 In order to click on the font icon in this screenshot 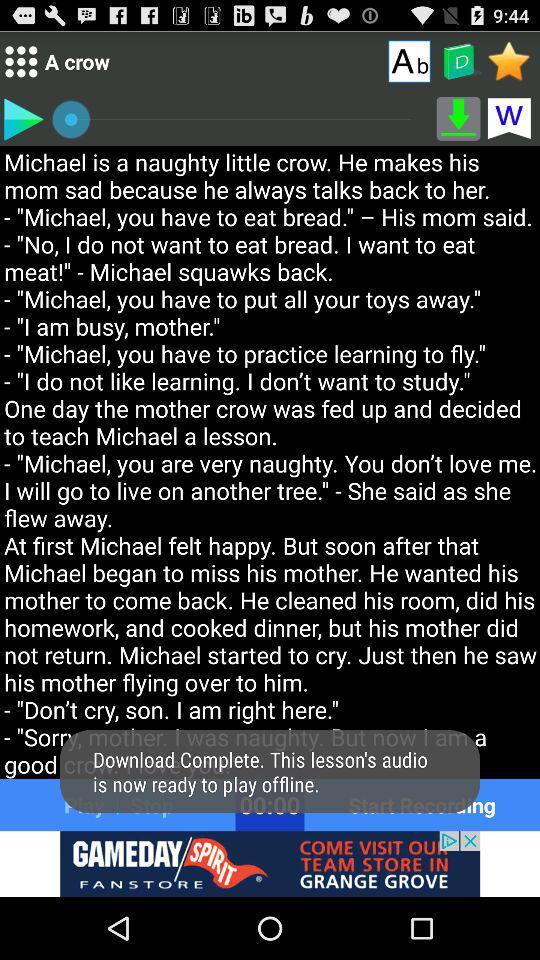, I will do `click(408, 65)`.